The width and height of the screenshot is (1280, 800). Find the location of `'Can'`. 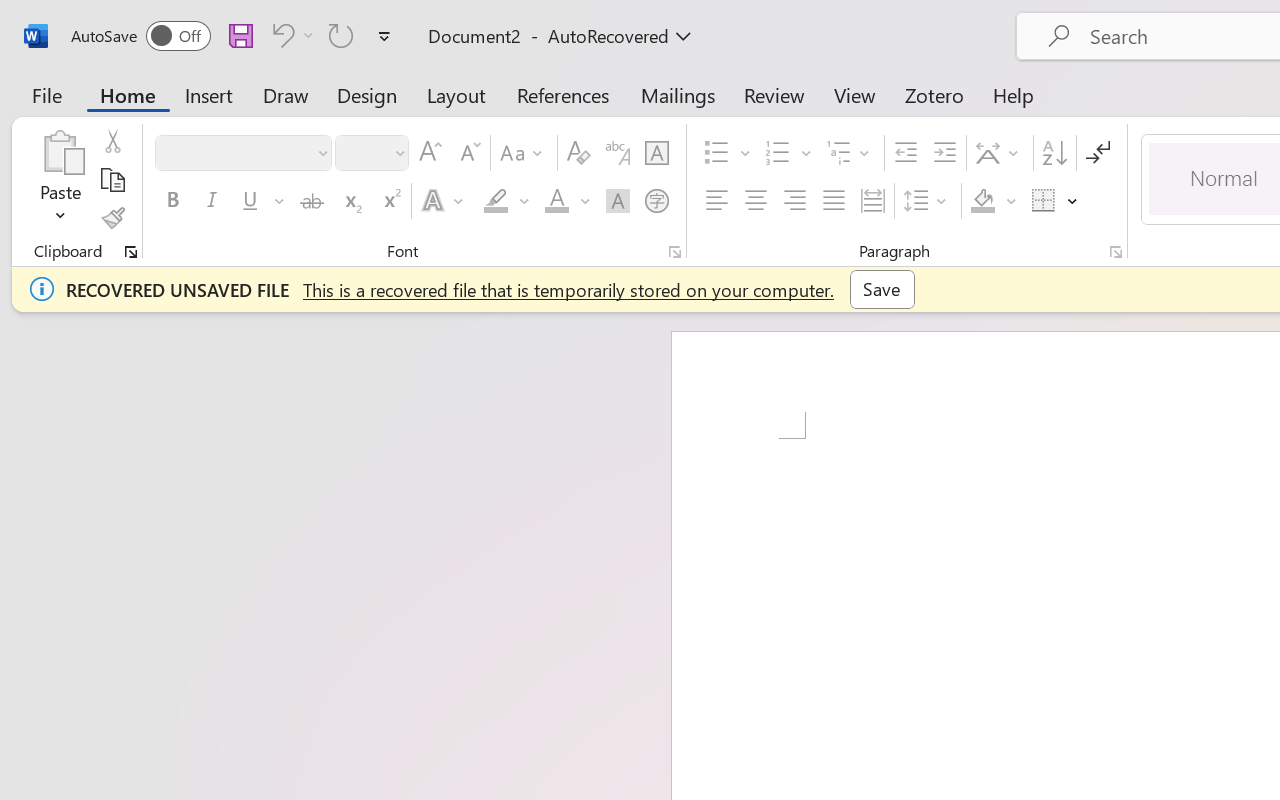

'Can' is located at coordinates (289, 34).